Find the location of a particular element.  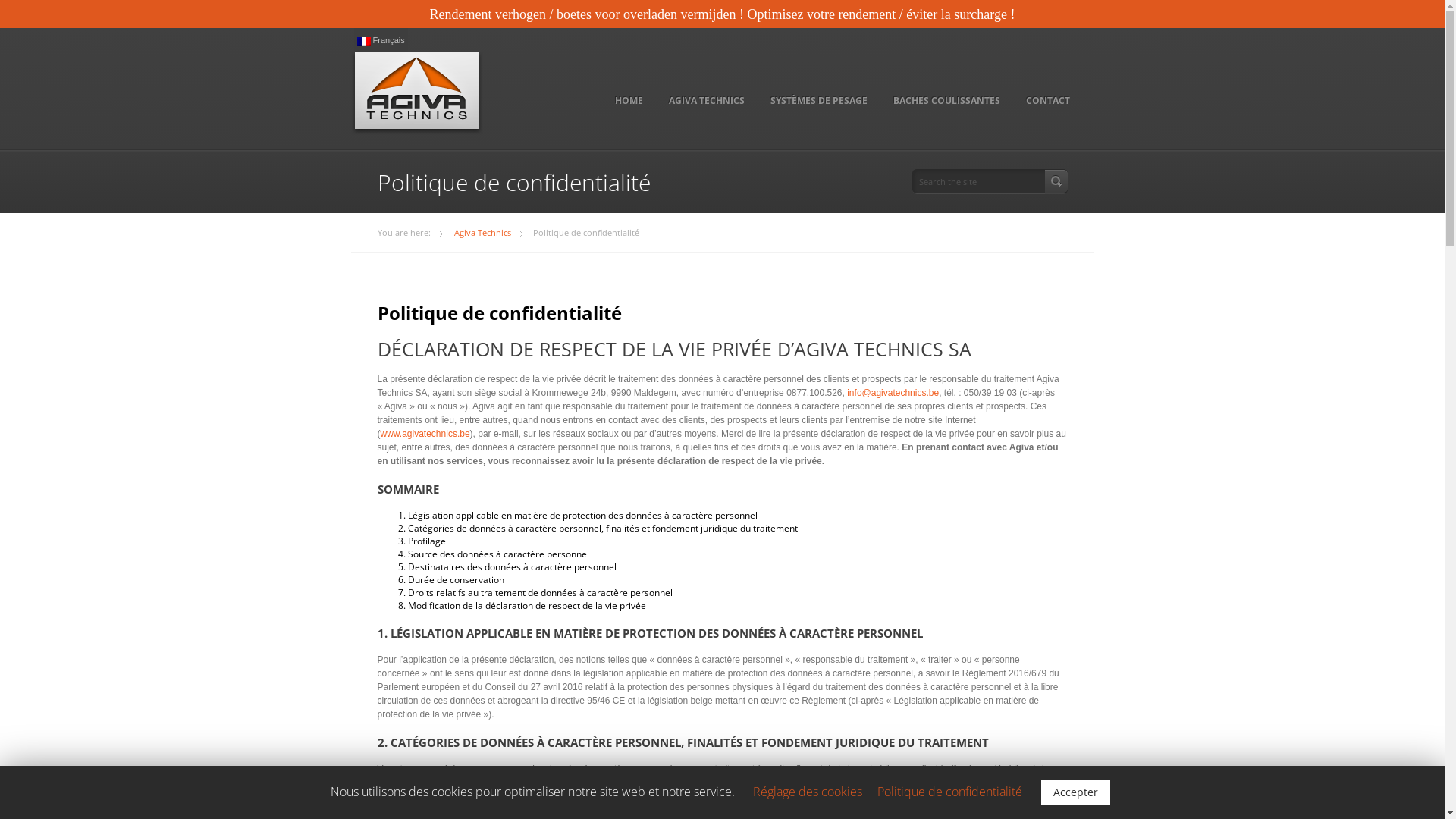

'HOME' is located at coordinates (629, 100).